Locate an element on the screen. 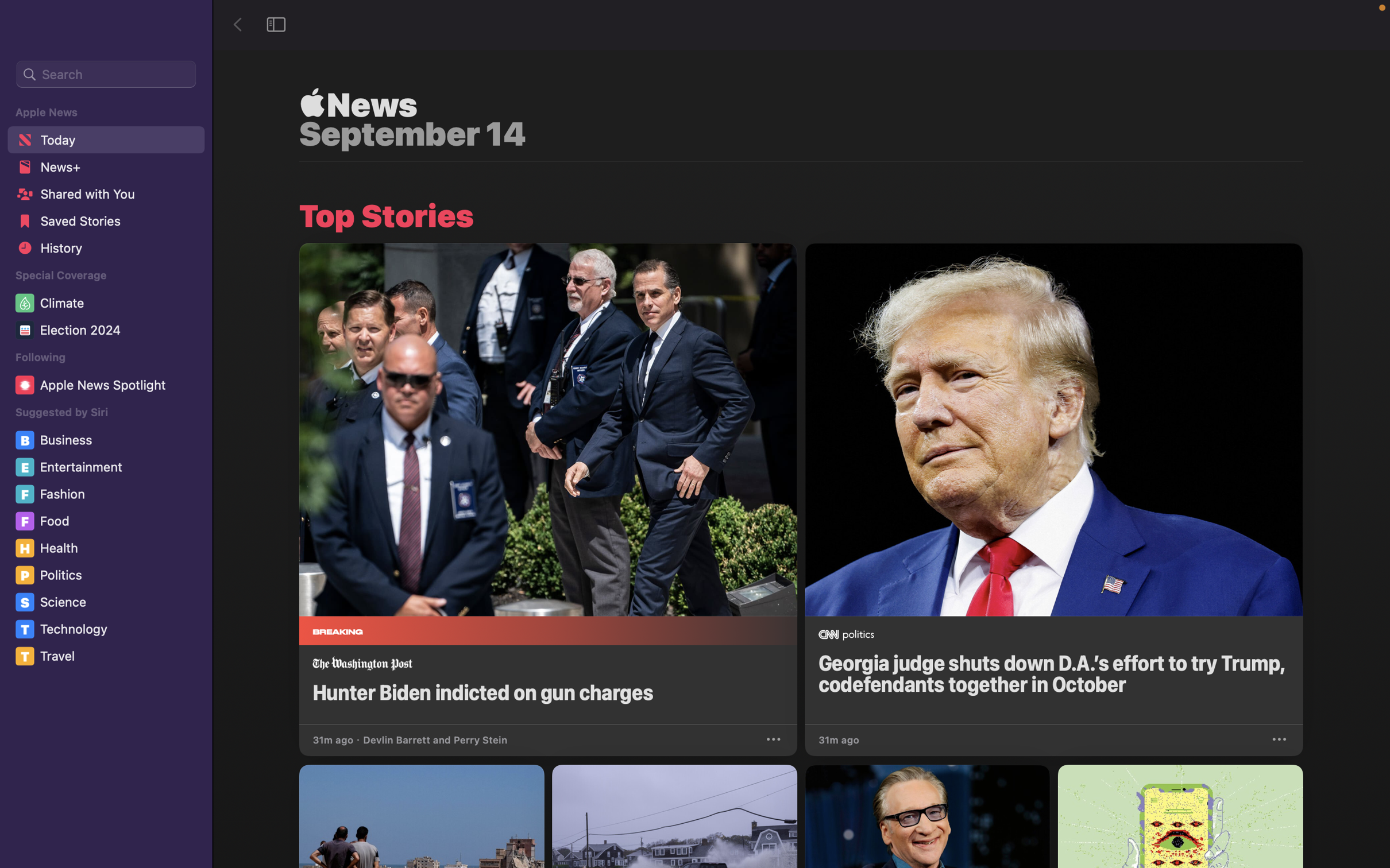 Image resolution: width=1390 pixels, height=868 pixels. the "Technology" category is located at coordinates (107, 629).